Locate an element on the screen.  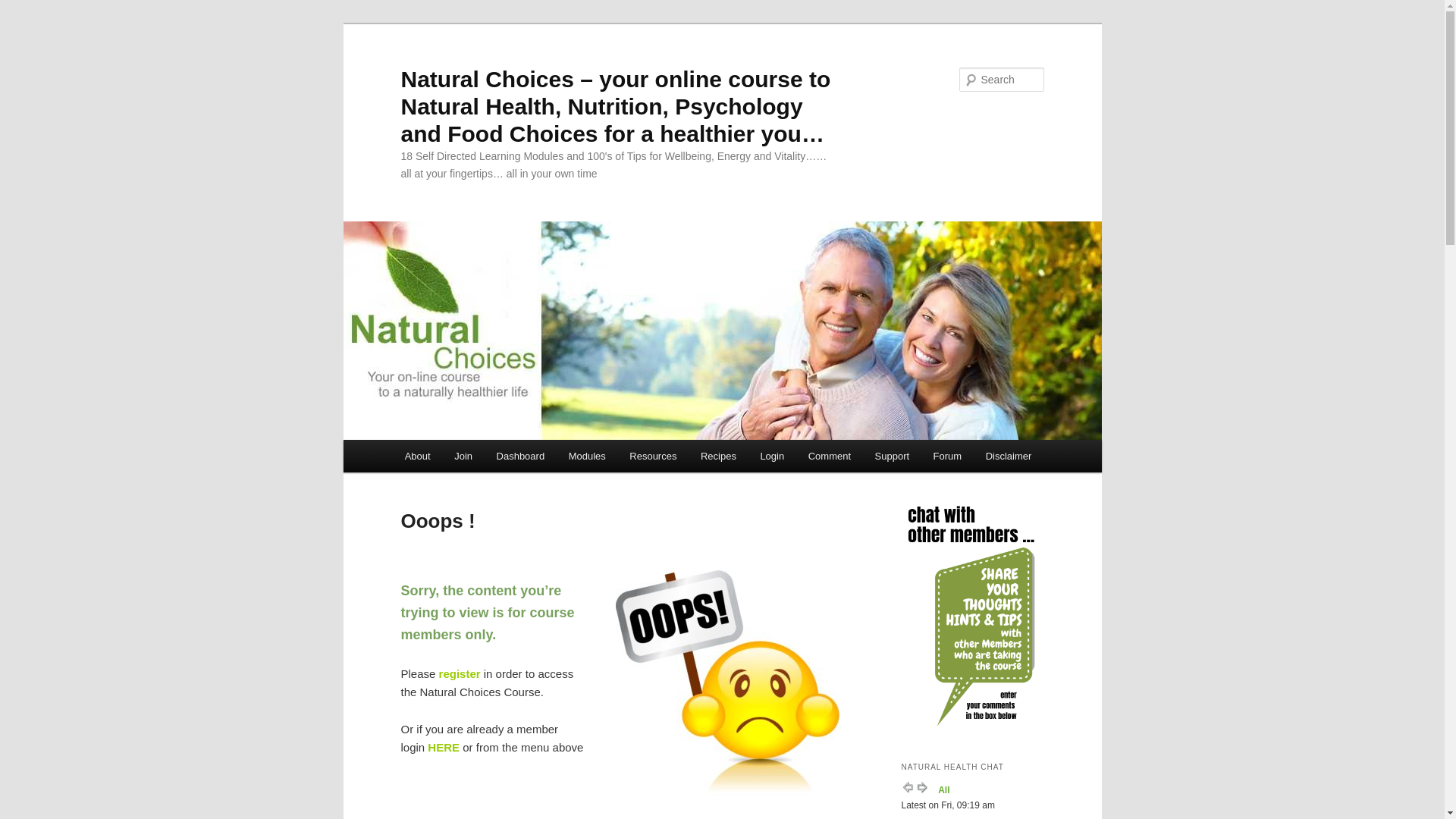
'register' is located at coordinates (459, 673).